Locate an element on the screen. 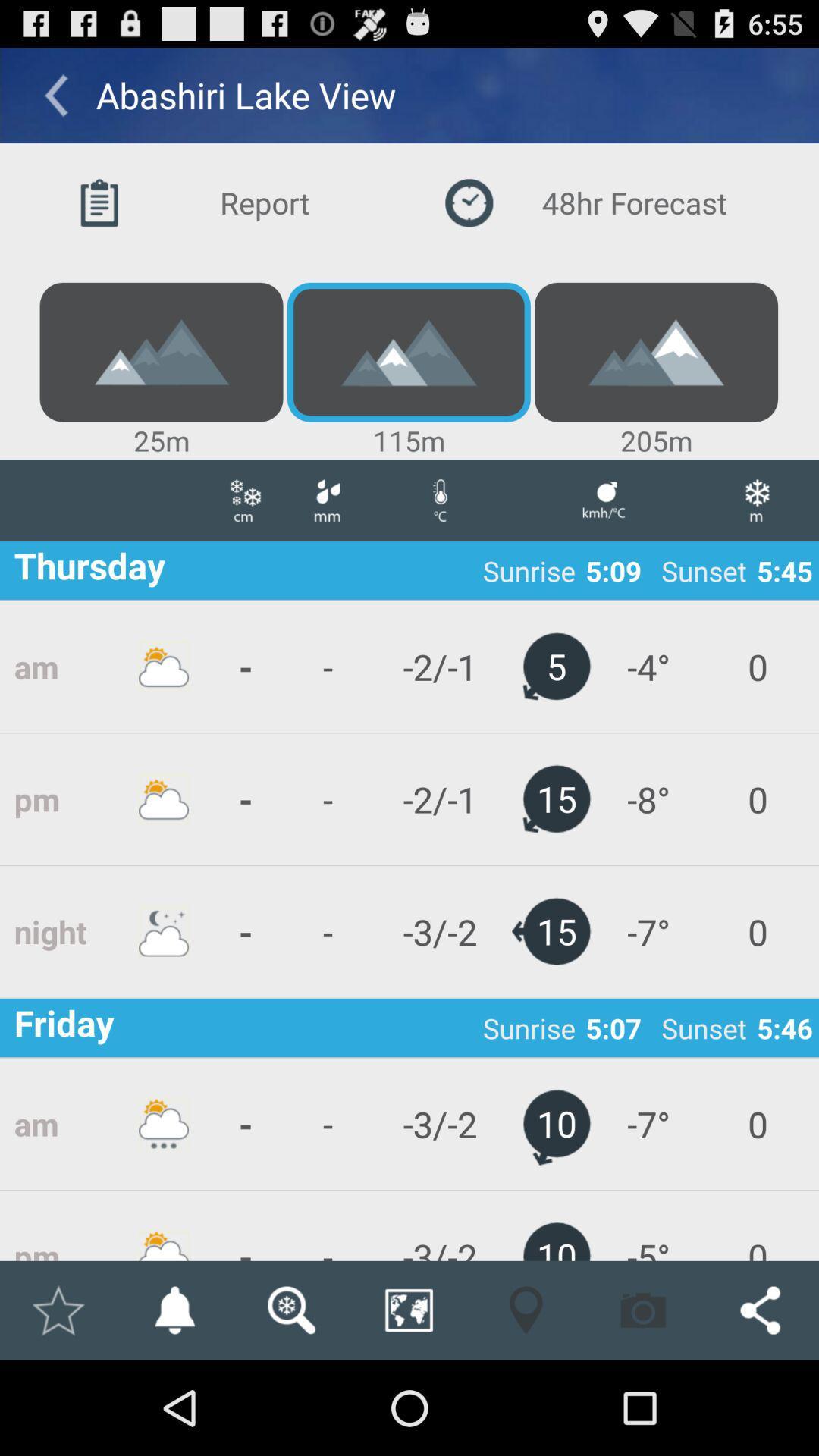 Image resolution: width=819 pixels, height=1456 pixels. the button next to the report is located at coordinates (593, 202).